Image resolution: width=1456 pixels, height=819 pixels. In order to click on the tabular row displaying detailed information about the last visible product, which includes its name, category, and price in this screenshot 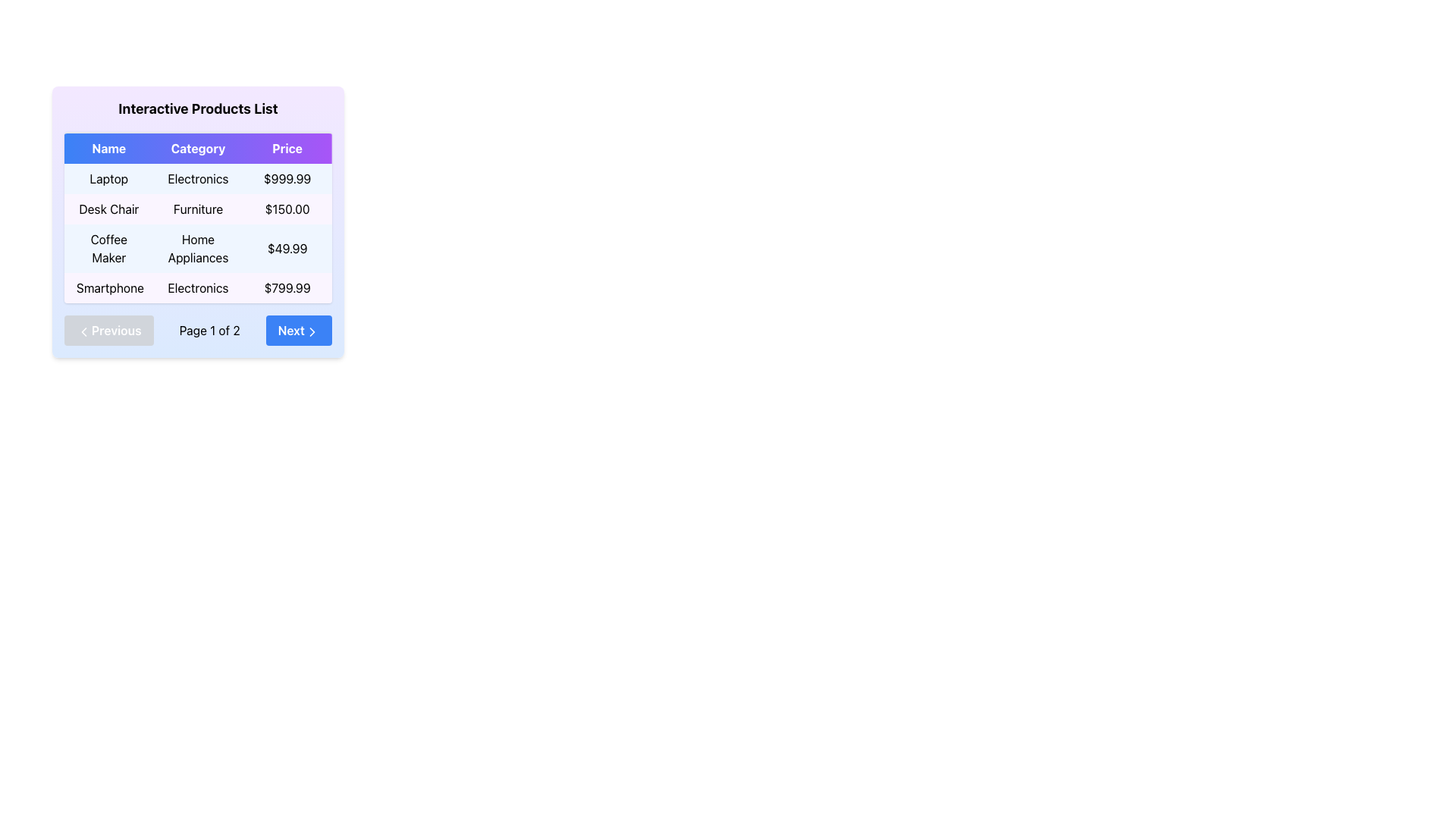, I will do `click(197, 288)`.